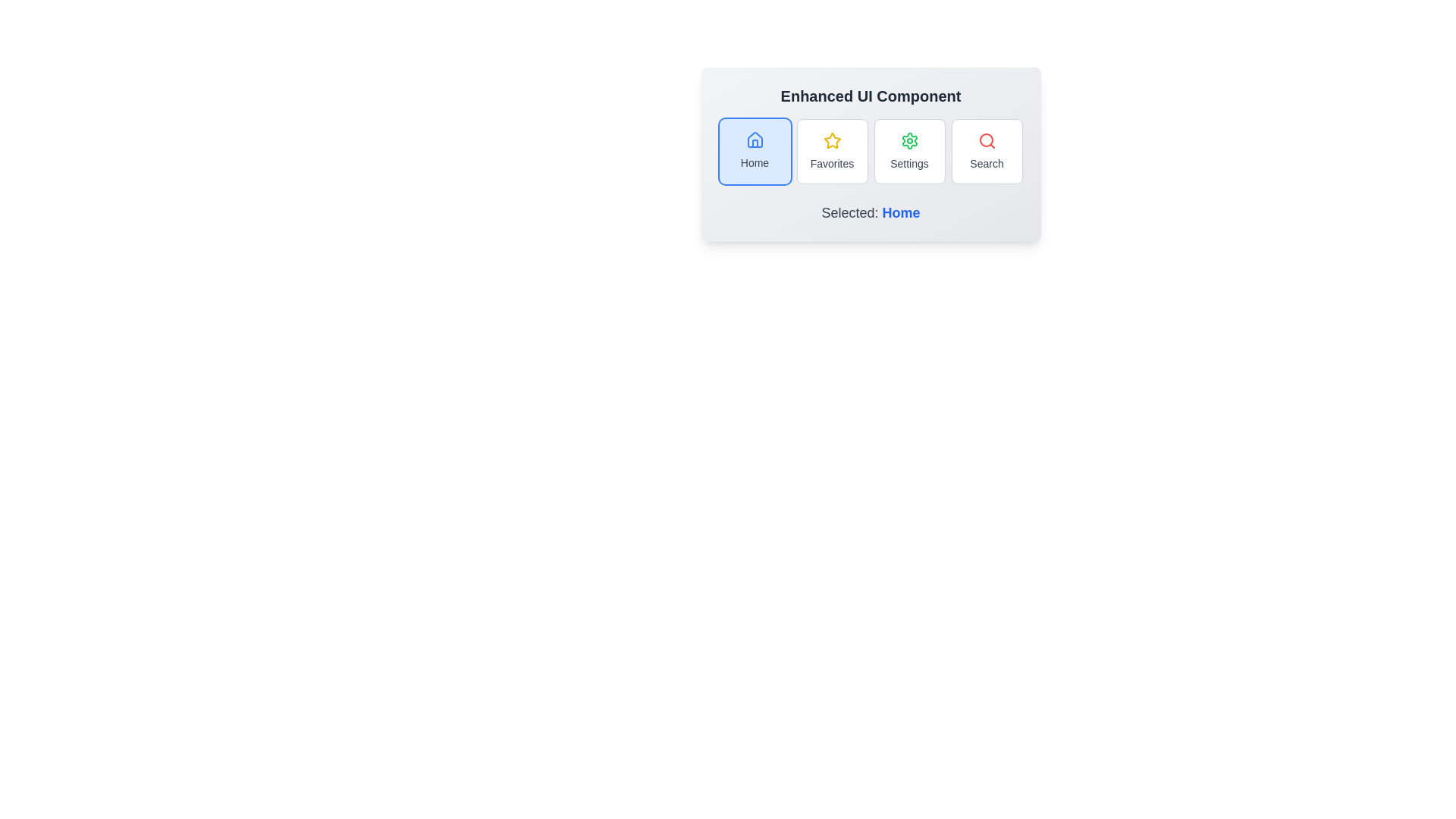 Image resolution: width=1456 pixels, height=819 pixels. I want to click on the text indicator that displays the currently selected option, which is 'Home', located below the main grid of options, so click(871, 213).